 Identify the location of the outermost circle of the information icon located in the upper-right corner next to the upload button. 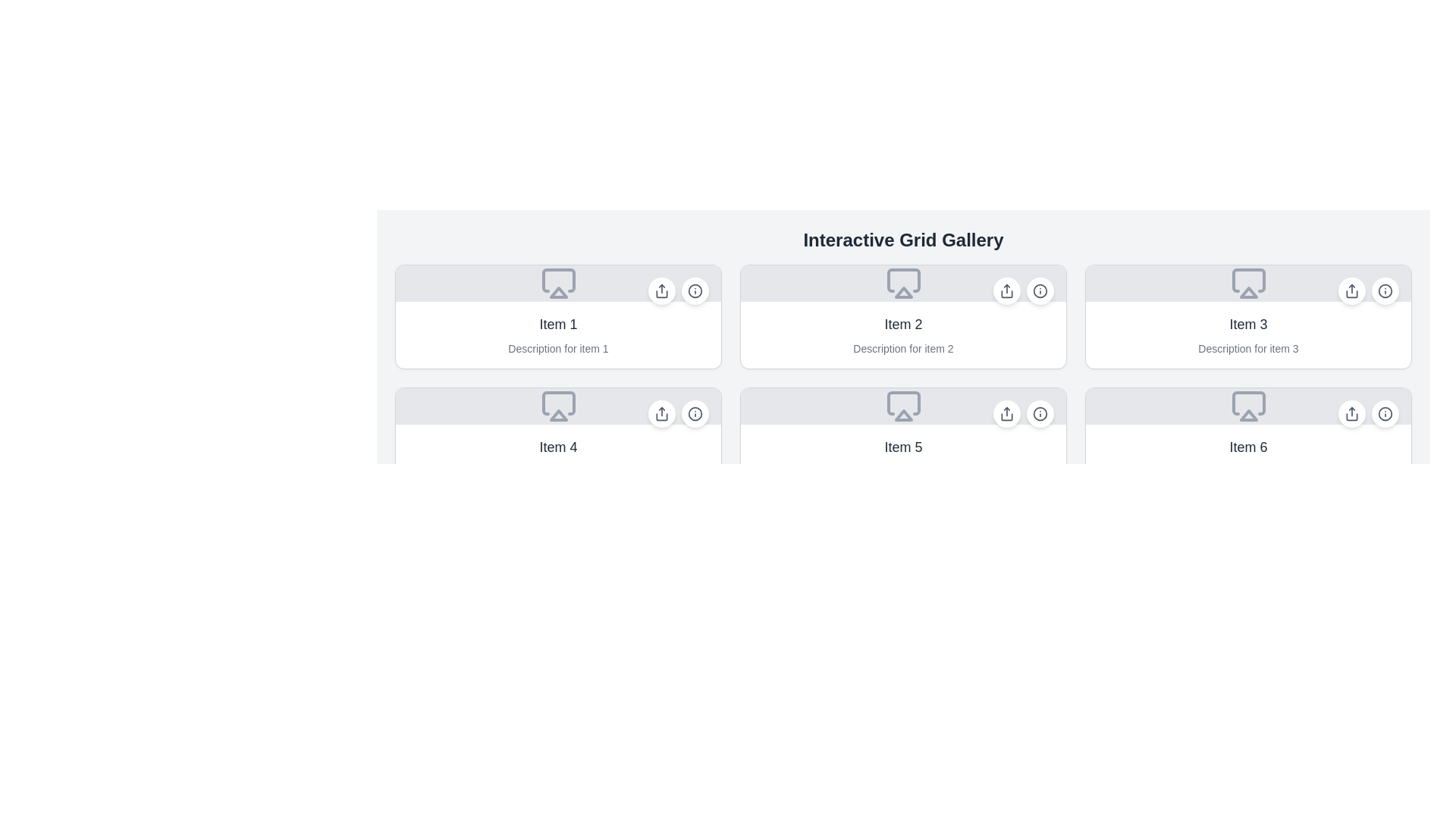
(1385, 291).